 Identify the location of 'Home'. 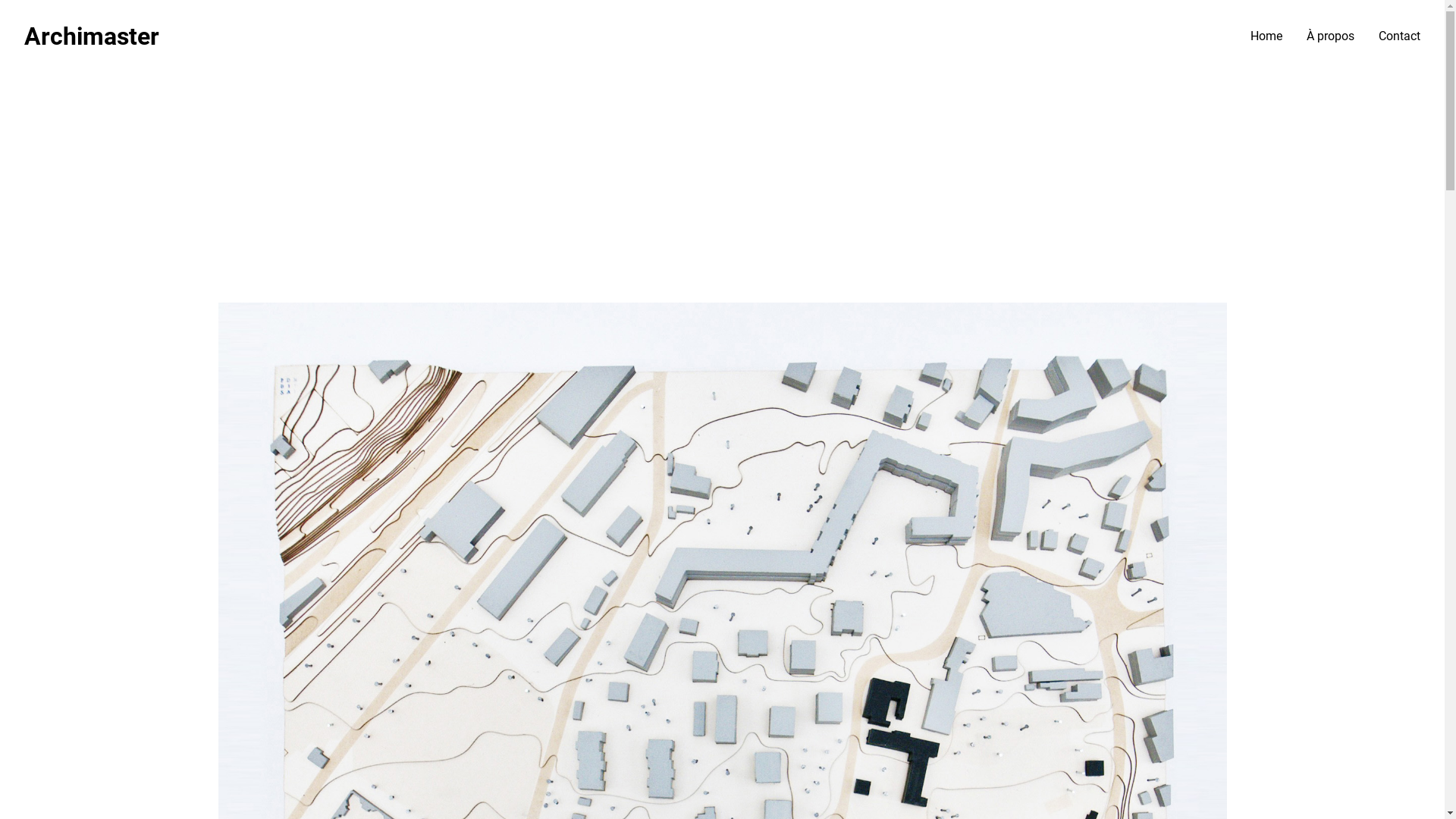
(1266, 35).